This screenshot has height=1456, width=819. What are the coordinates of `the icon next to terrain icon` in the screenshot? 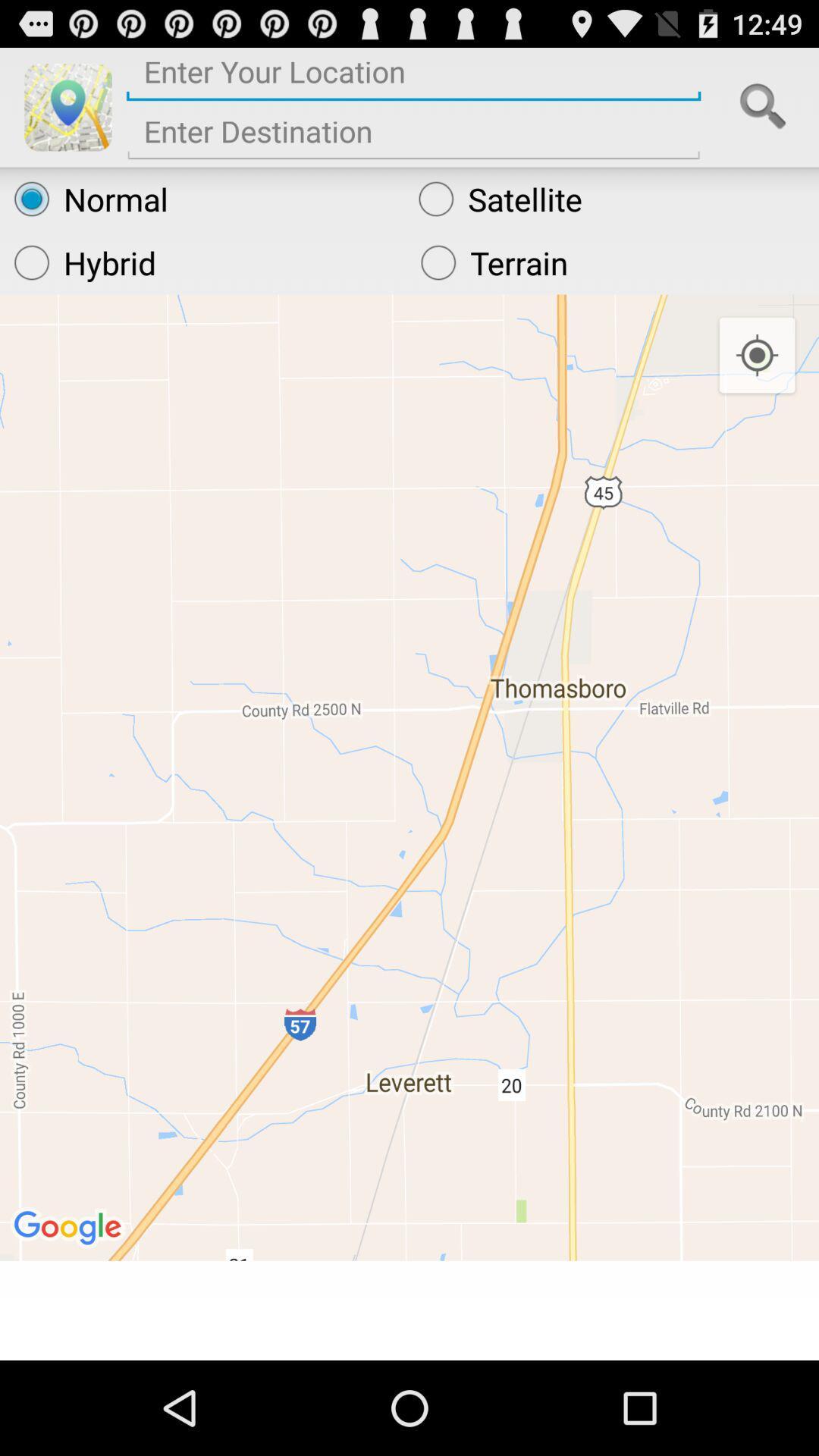 It's located at (202, 262).